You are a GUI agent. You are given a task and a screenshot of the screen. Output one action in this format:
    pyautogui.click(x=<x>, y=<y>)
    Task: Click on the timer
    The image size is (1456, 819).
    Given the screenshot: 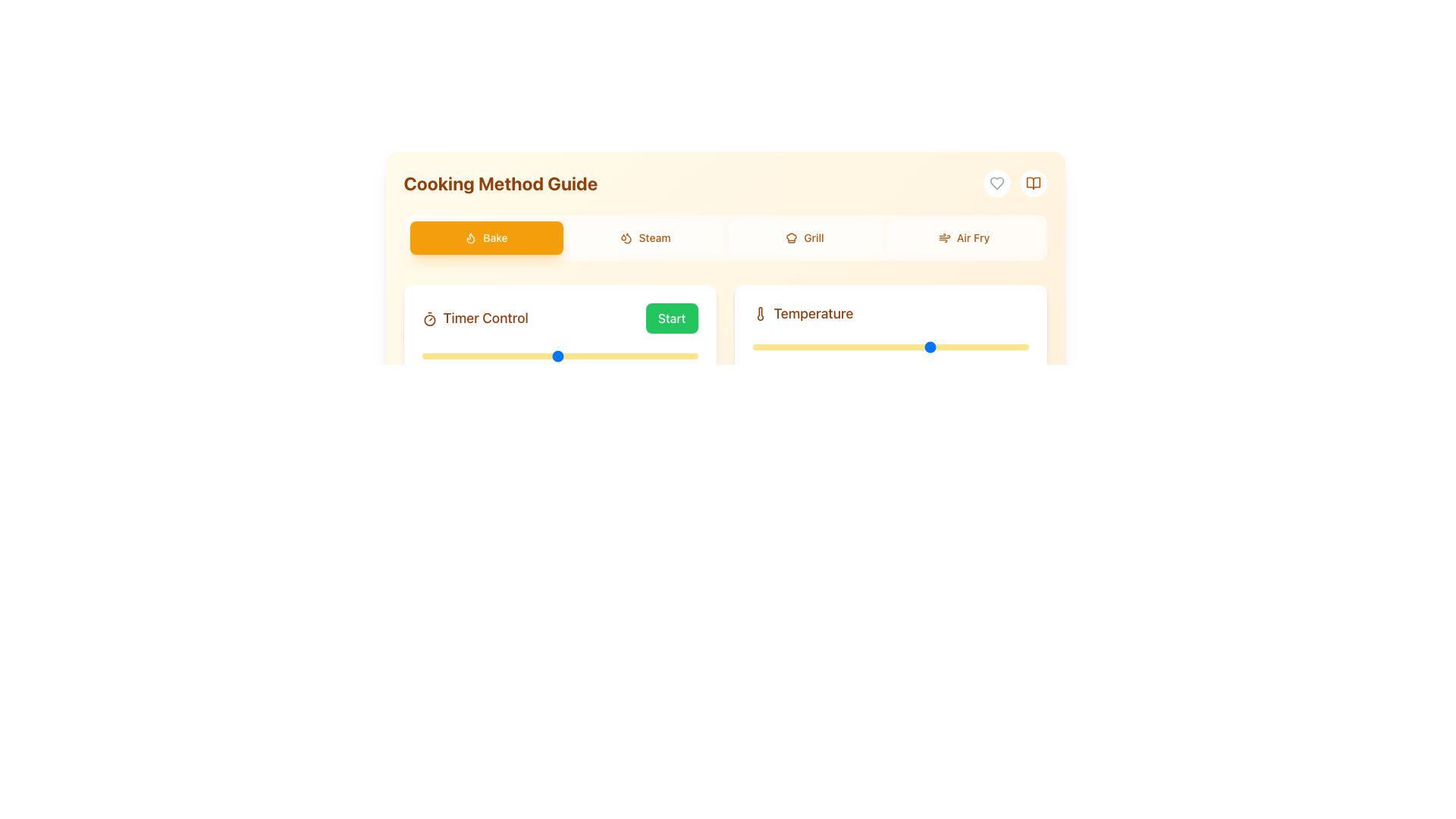 What is the action you would take?
    pyautogui.click(x=440, y=356)
    